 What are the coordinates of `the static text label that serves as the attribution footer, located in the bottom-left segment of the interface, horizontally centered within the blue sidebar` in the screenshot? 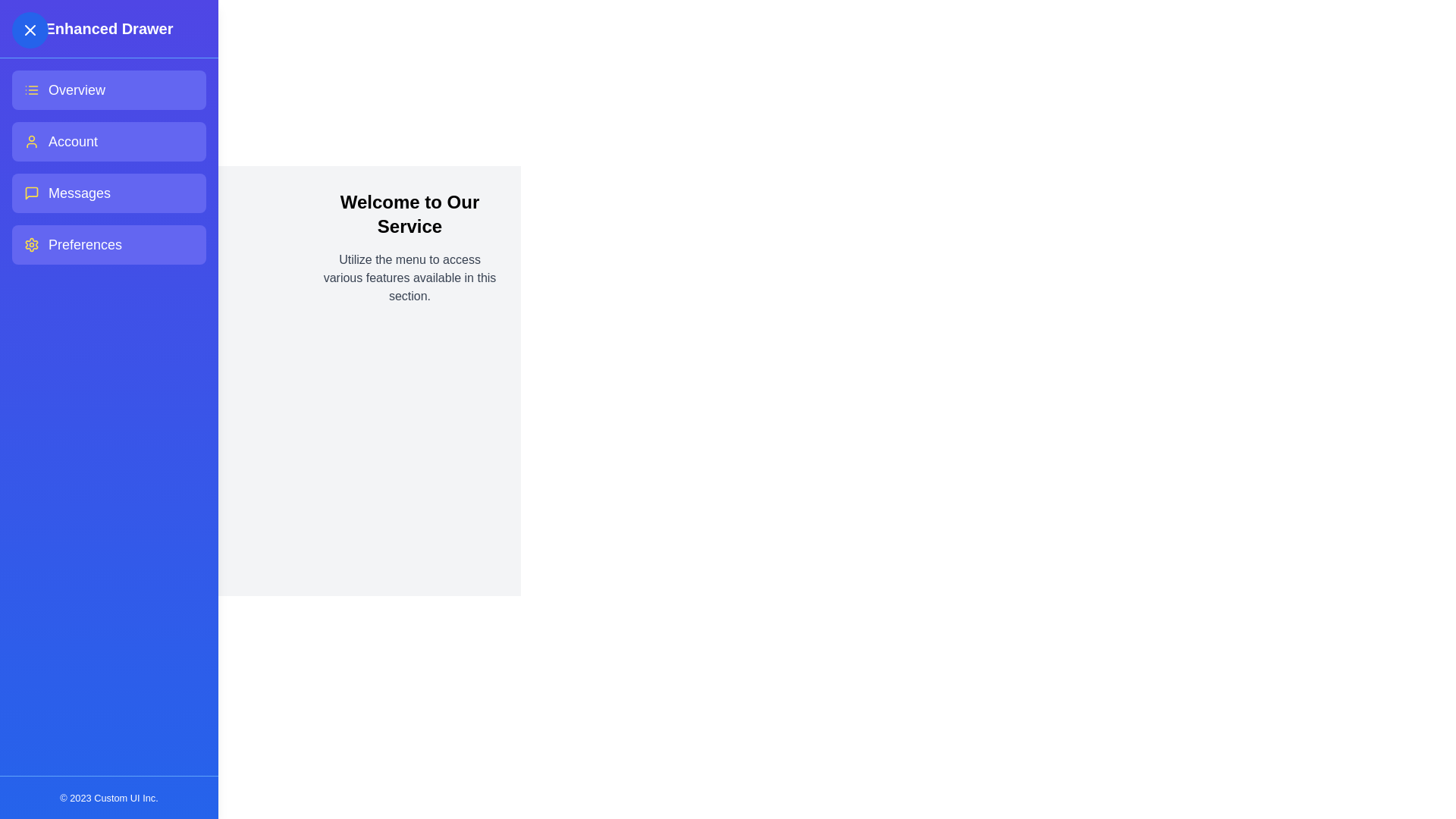 It's located at (108, 797).